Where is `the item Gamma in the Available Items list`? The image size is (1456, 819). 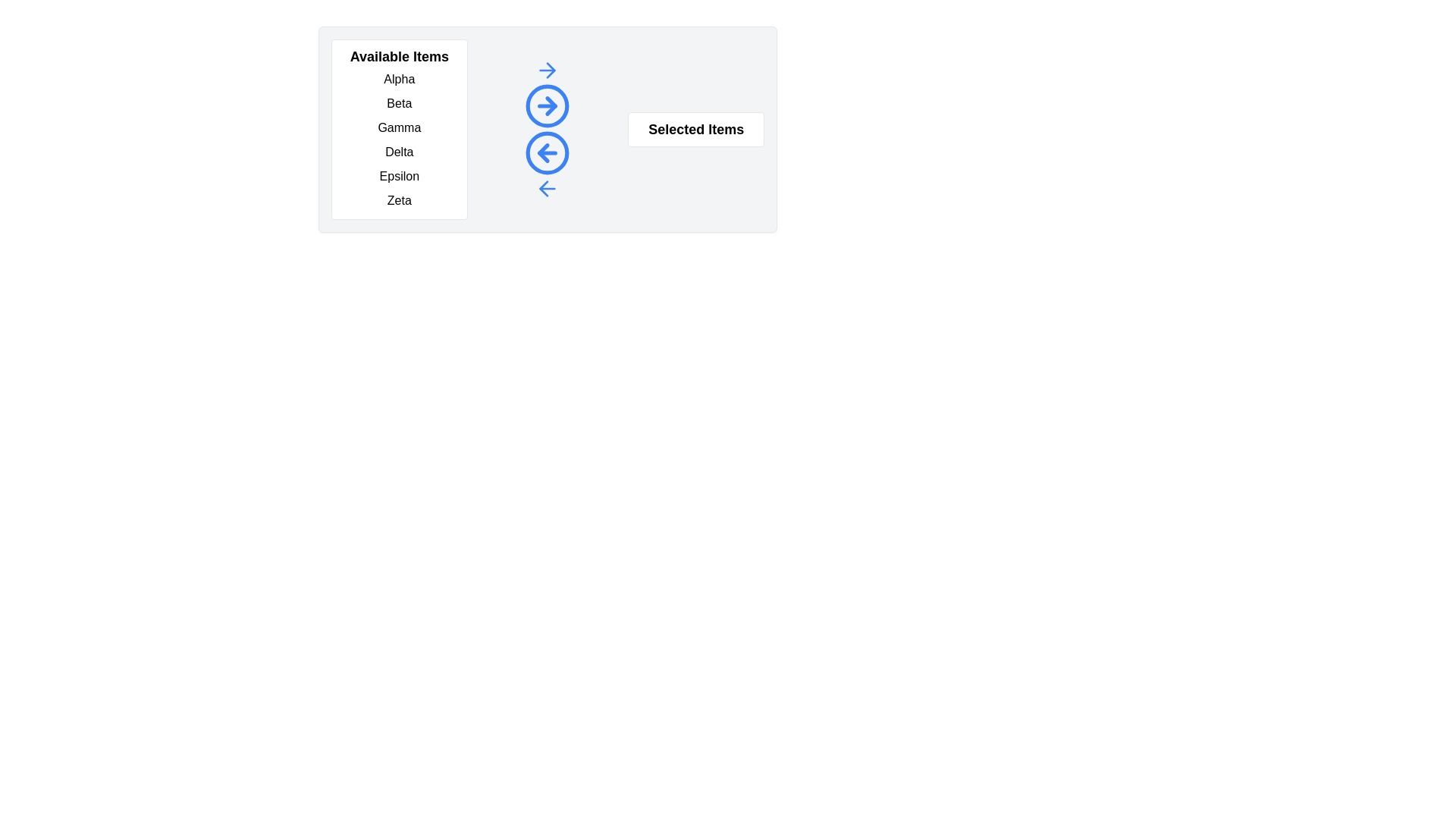
the item Gamma in the Available Items list is located at coordinates (399, 127).